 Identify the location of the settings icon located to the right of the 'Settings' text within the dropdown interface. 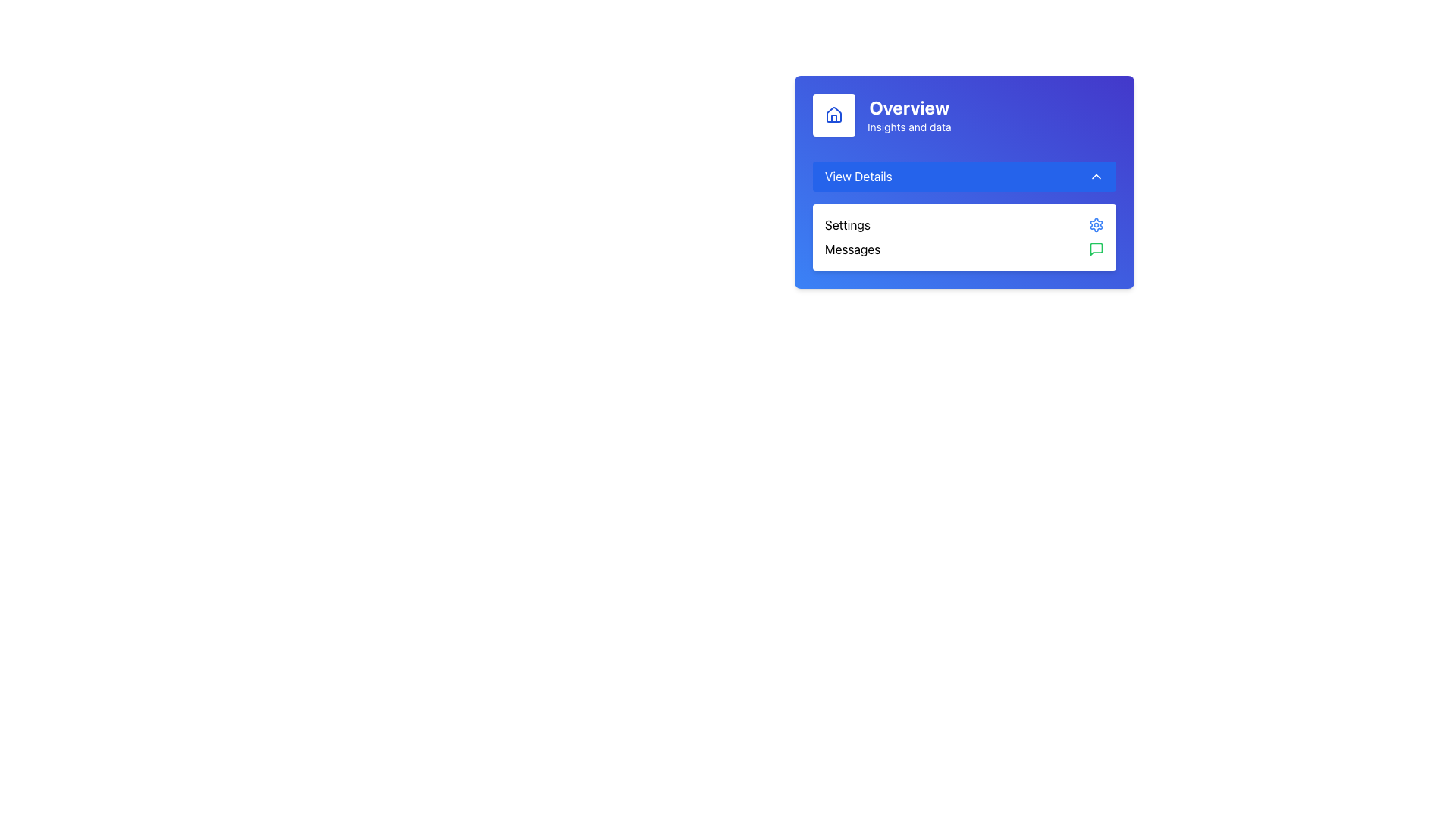
(1096, 225).